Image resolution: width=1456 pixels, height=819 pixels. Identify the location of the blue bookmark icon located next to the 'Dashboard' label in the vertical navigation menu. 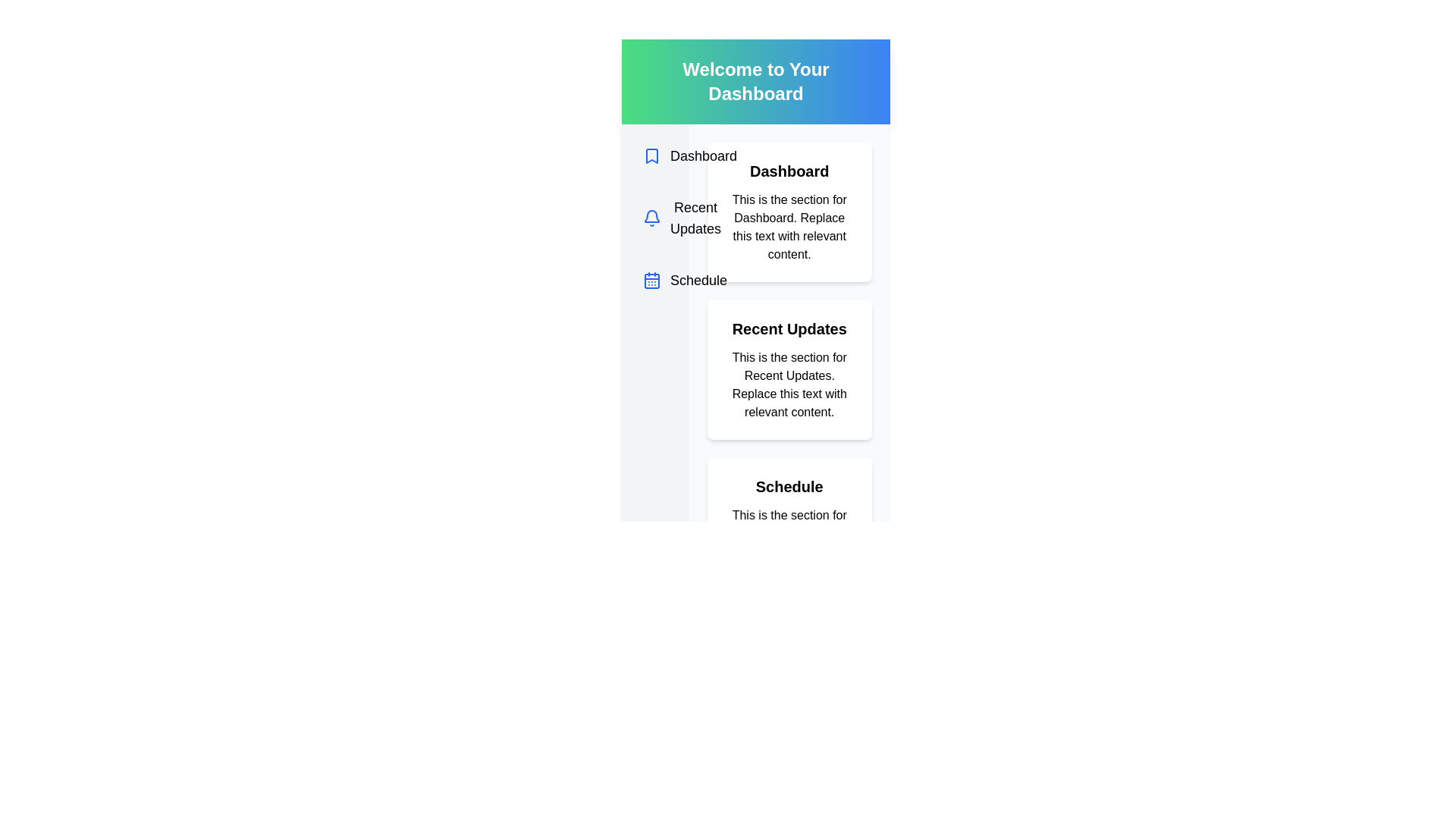
(655, 155).